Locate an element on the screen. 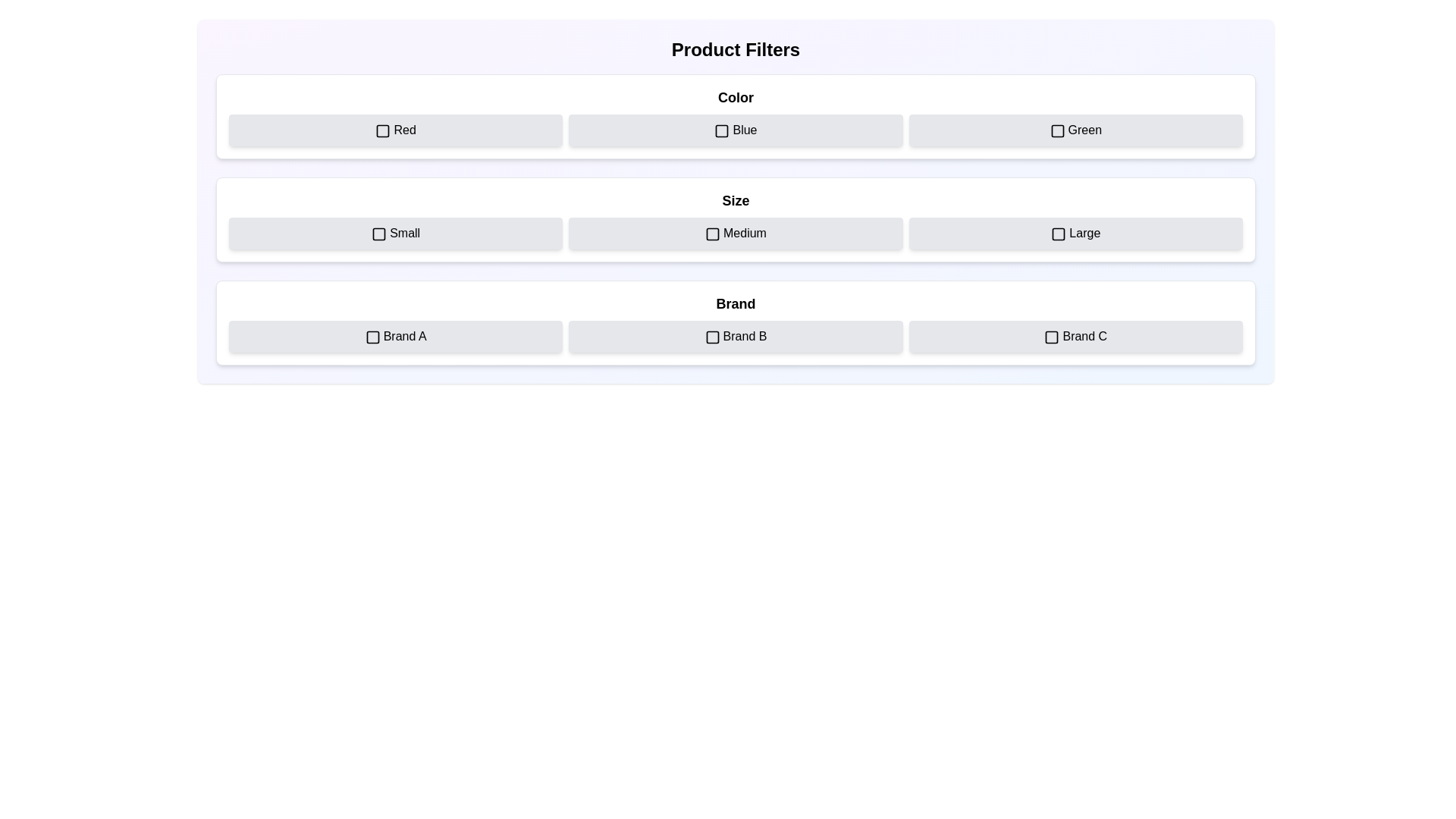 This screenshot has width=1456, height=819. the 'Small' size filter option checkbox, which is a small square with rounded corners located in the second group of filters labeled 'Size' is located at coordinates (379, 234).